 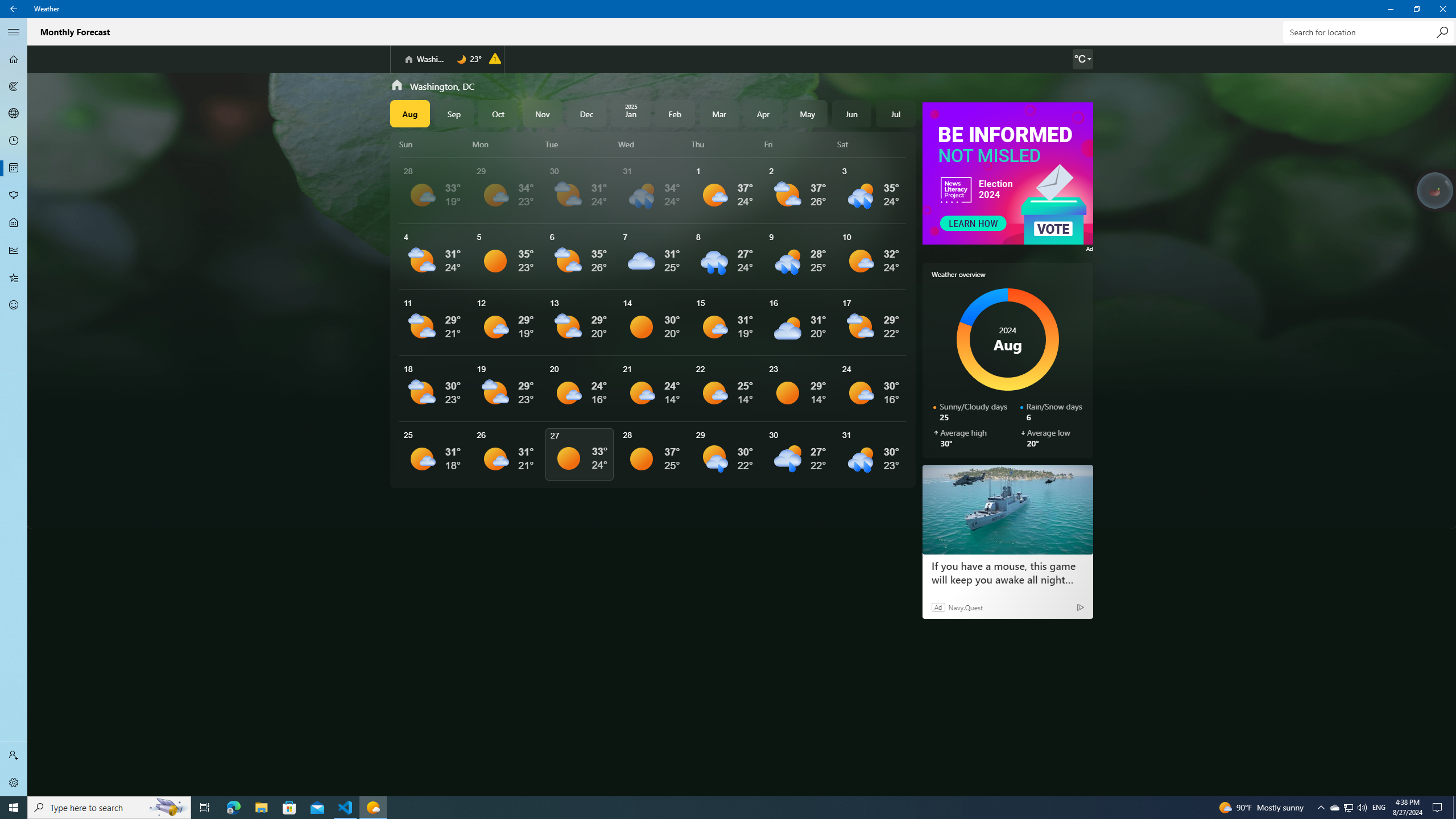 What do you see at coordinates (167, 806) in the screenshot?
I see `'Search highlights icon opens search home window'` at bounding box center [167, 806].